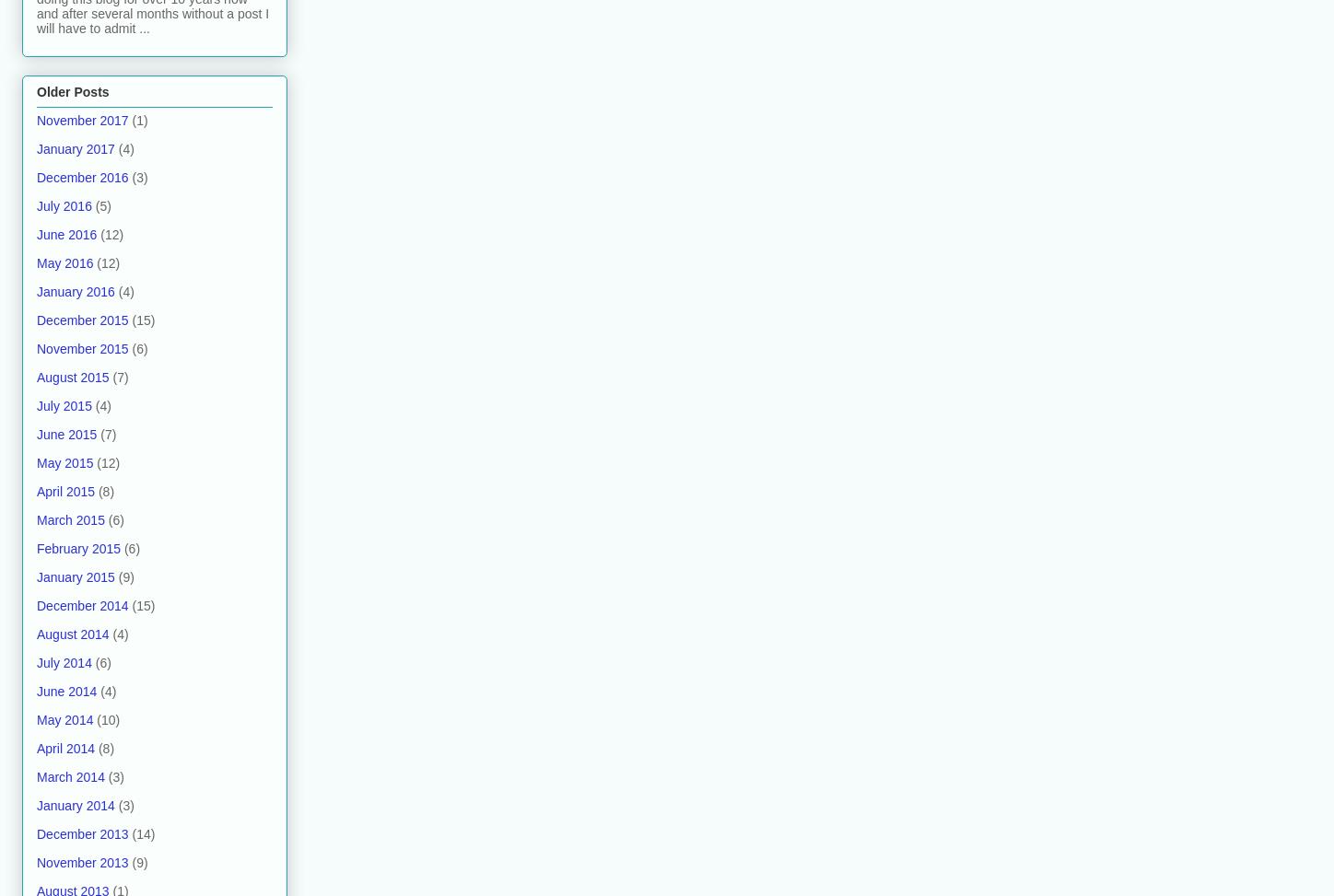  What do you see at coordinates (82, 319) in the screenshot?
I see `'December 2015'` at bounding box center [82, 319].